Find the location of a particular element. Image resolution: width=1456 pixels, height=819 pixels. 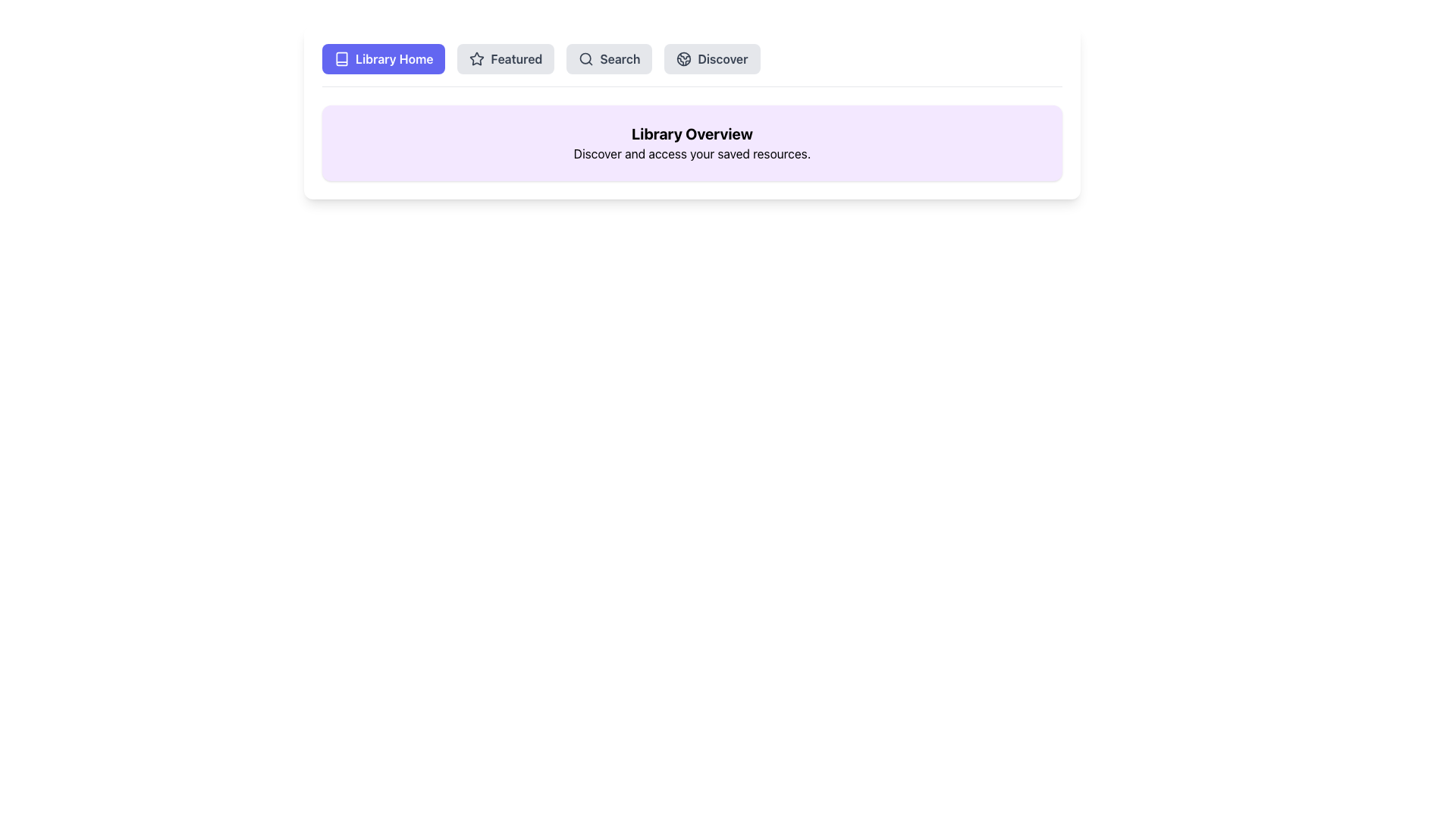

the 'Search' button, which is a rounded rectangle with a light gray background and a magnifying glass icon, located in the navigation bar between the 'Featured' and 'Discover' buttons is located at coordinates (609, 58).